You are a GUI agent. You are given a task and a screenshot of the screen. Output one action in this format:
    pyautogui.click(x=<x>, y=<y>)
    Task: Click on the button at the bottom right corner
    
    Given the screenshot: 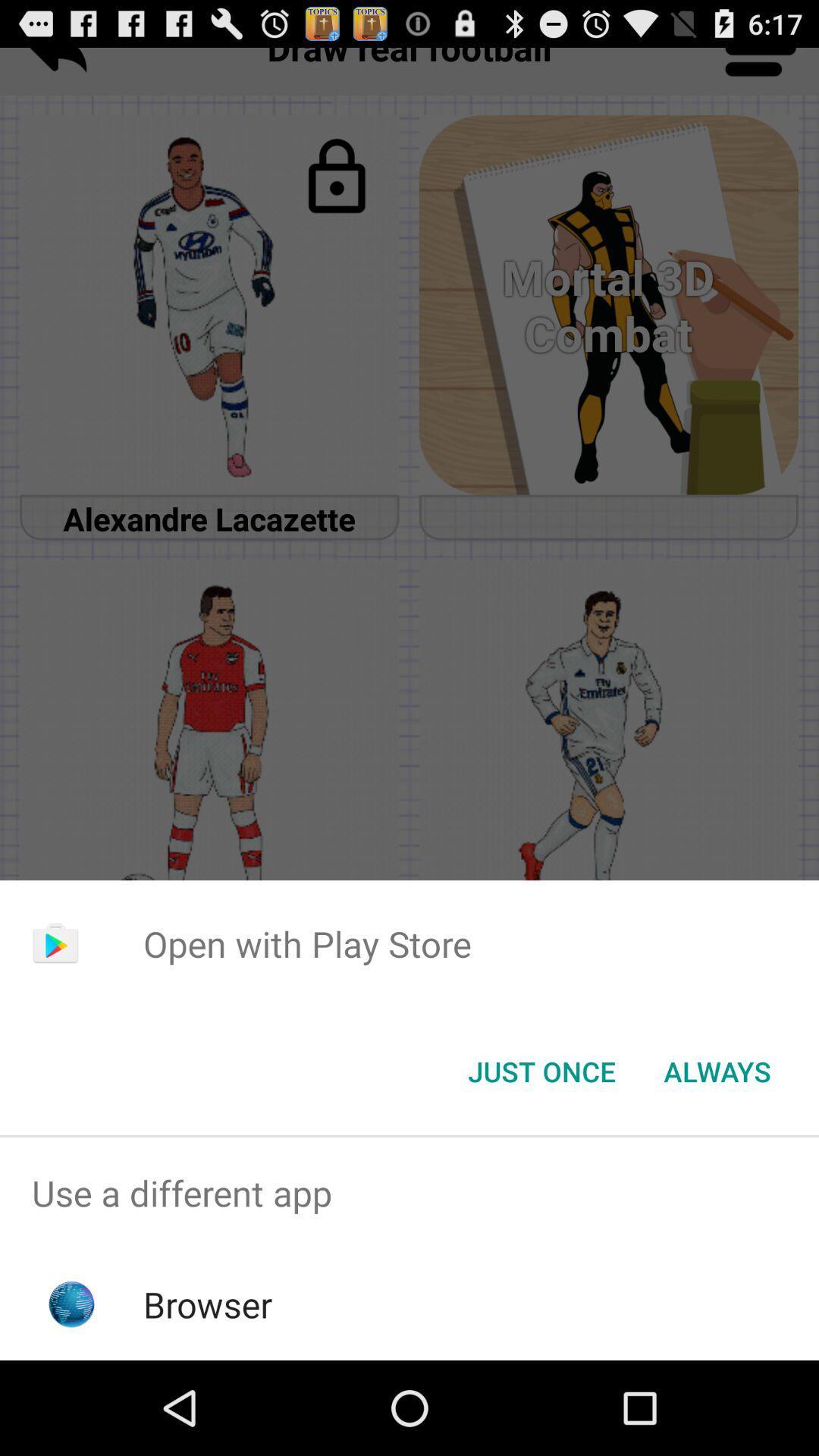 What is the action you would take?
    pyautogui.click(x=717, y=1070)
    